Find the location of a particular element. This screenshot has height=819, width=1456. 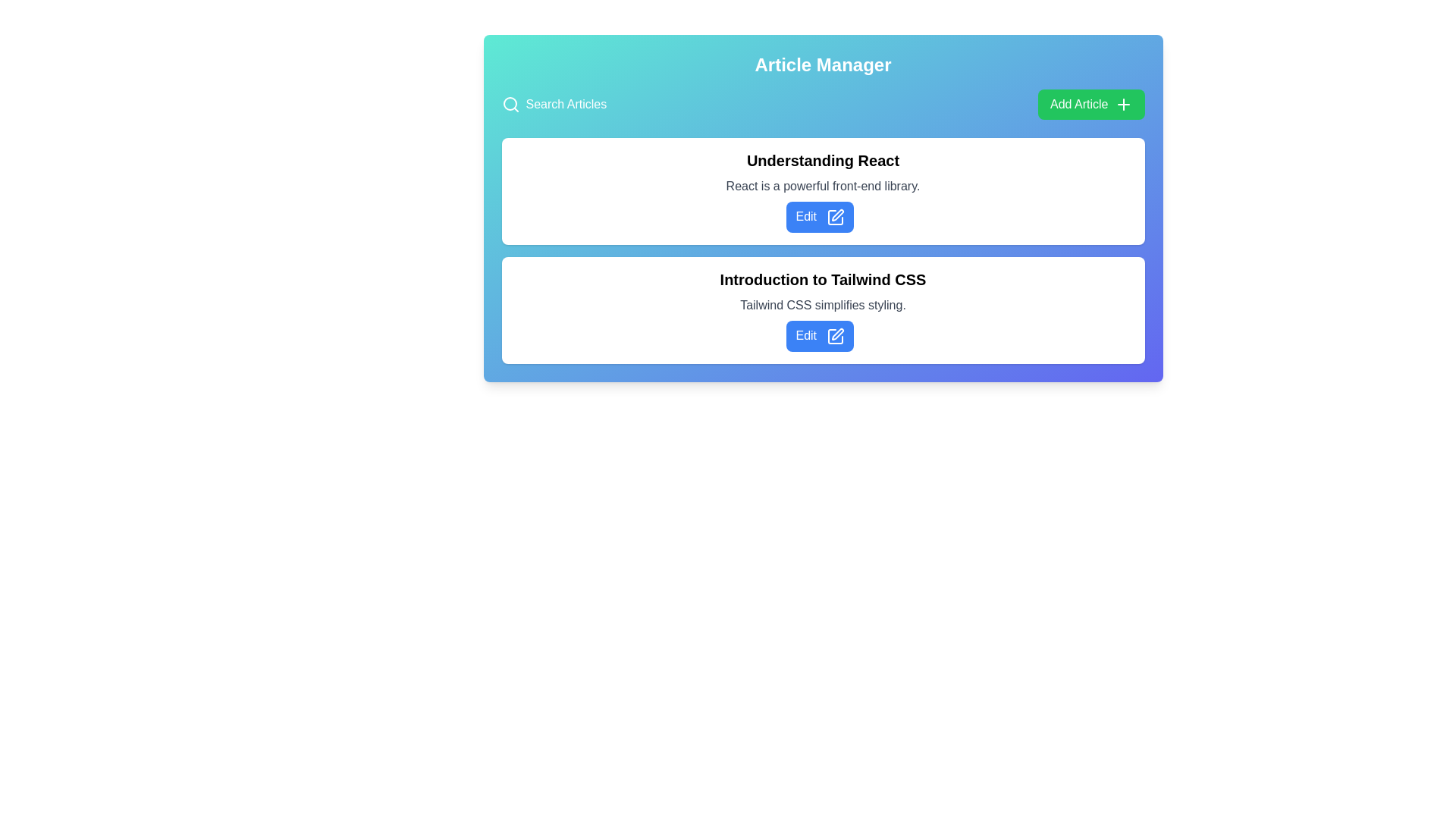

the edit button located below the 'Introduction to Tailwind CSS' section is located at coordinates (819, 335).